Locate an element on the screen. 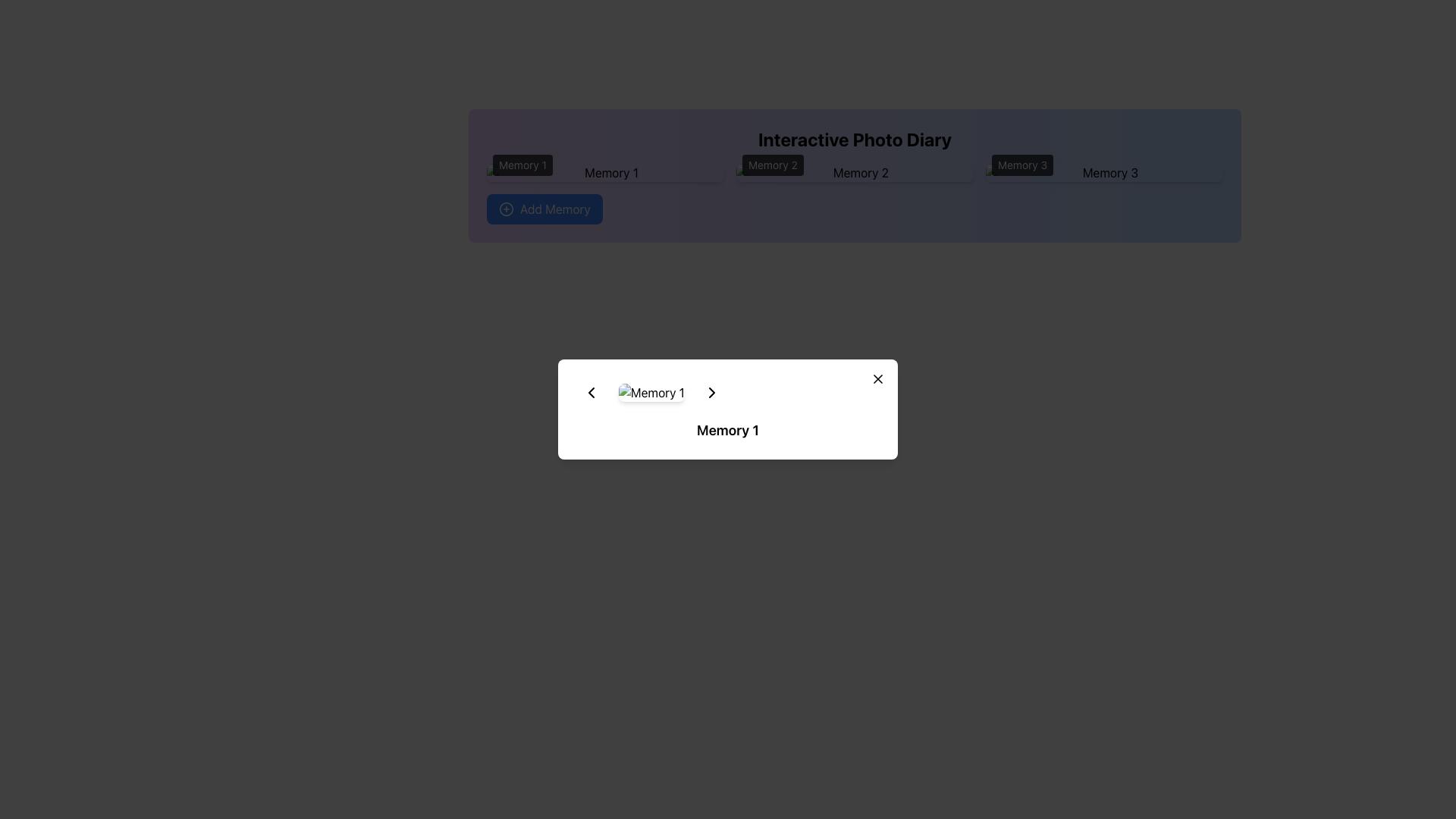 The width and height of the screenshot is (1456, 819). the left-pointing chevron arrow icon located to the left of the text 'Memory 1' is located at coordinates (590, 391).